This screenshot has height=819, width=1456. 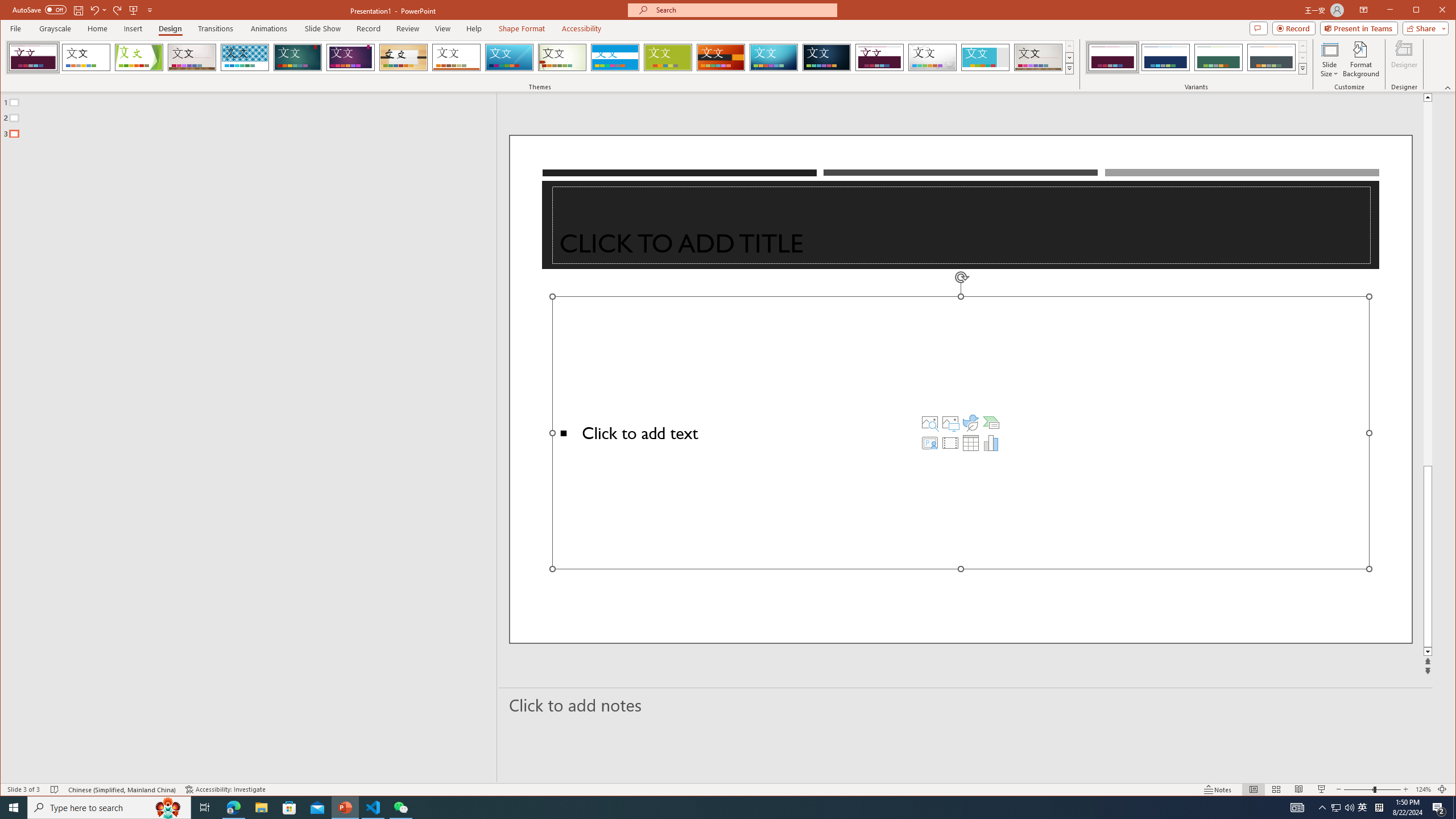 What do you see at coordinates (879, 57) in the screenshot?
I see `'Dividend'` at bounding box center [879, 57].